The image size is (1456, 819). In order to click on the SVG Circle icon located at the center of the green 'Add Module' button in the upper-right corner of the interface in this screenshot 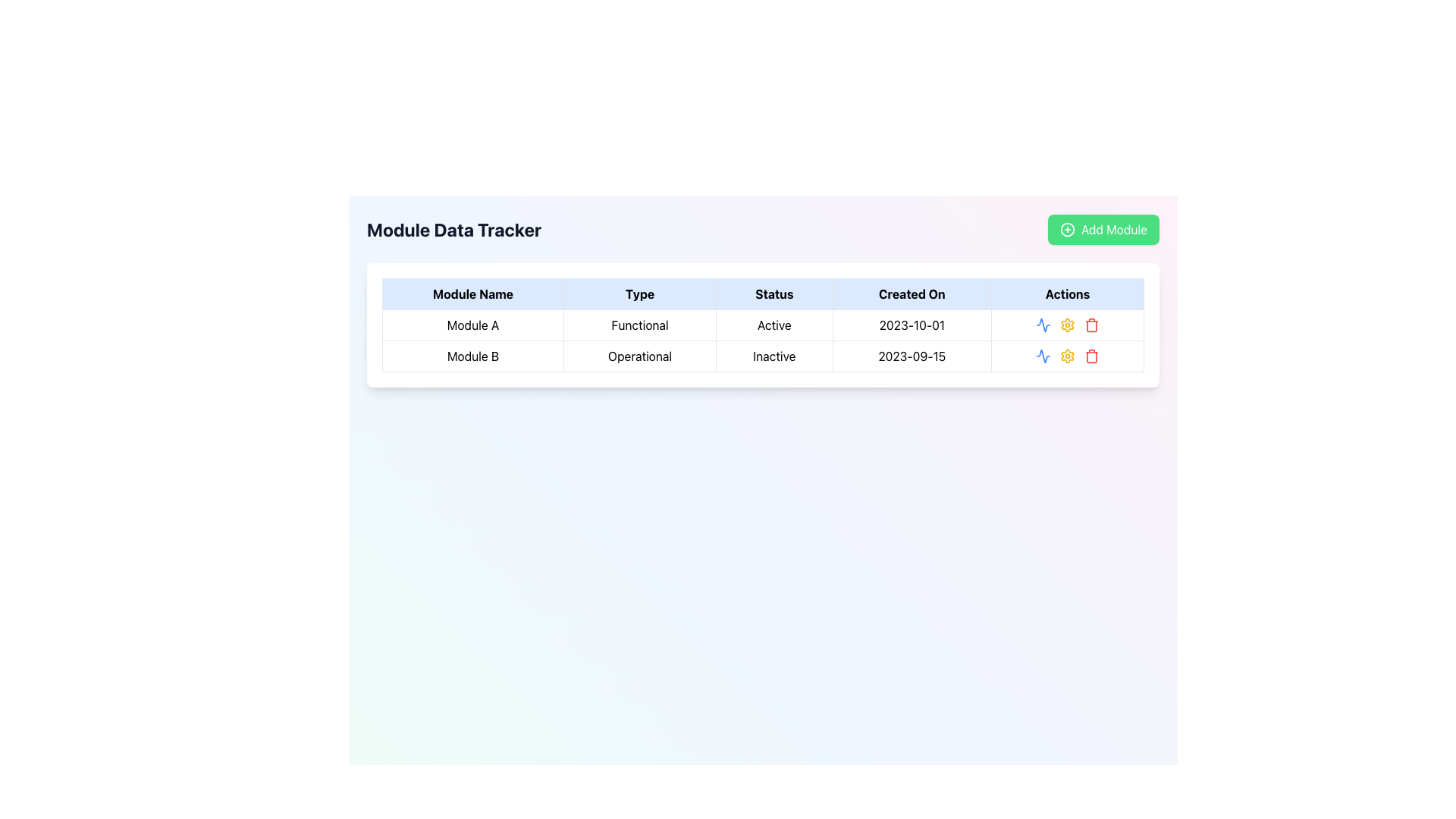, I will do `click(1066, 230)`.